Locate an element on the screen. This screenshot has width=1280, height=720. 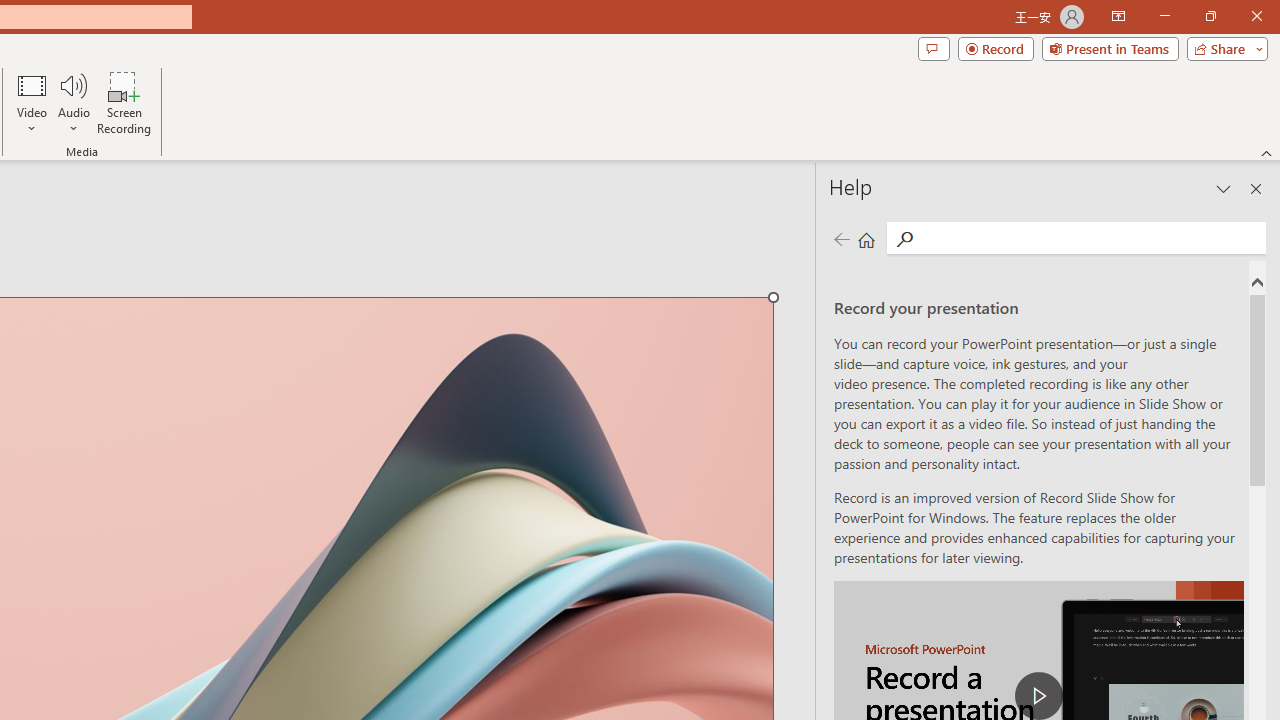
'Previous page' is located at coordinates (841, 238).